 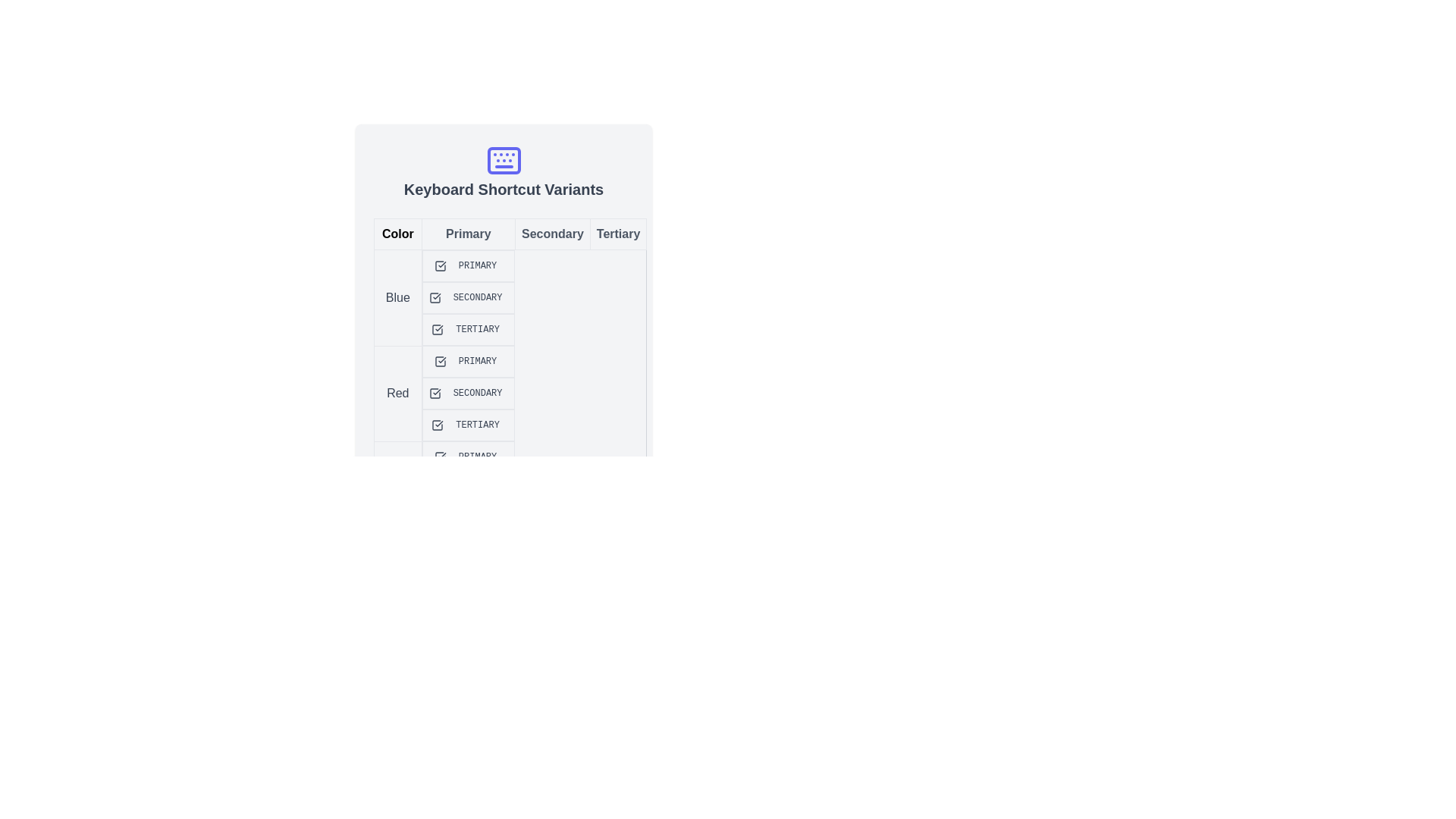 What do you see at coordinates (468, 329) in the screenshot?
I see `the blue 'Tertiary' label with a checkmark indicating a selected checkbox, located in the third column of the first row labeled 'Blue' in the data grid` at bounding box center [468, 329].